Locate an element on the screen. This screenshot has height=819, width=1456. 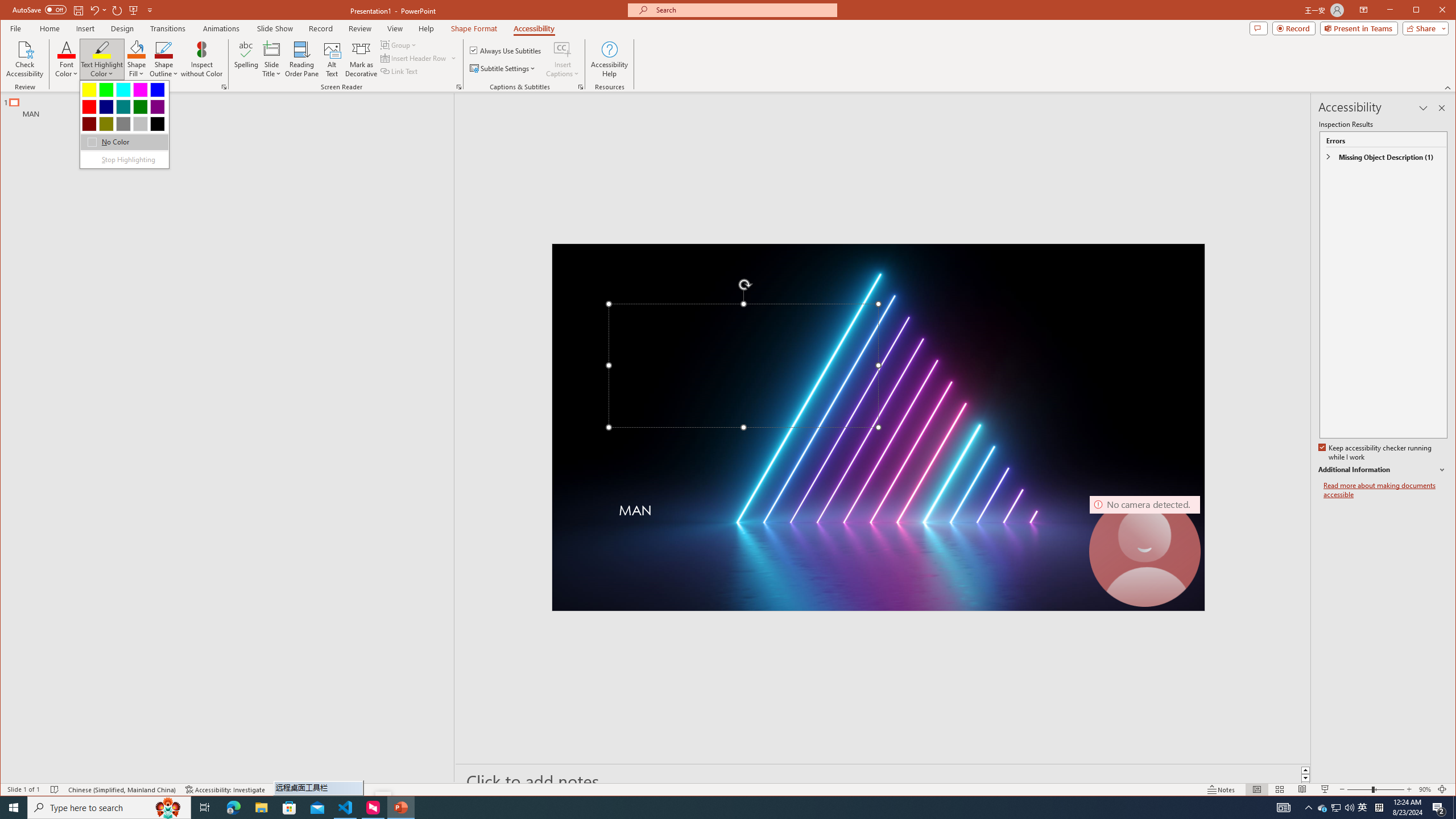
'Slide Title' is located at coordinates (271, 48).